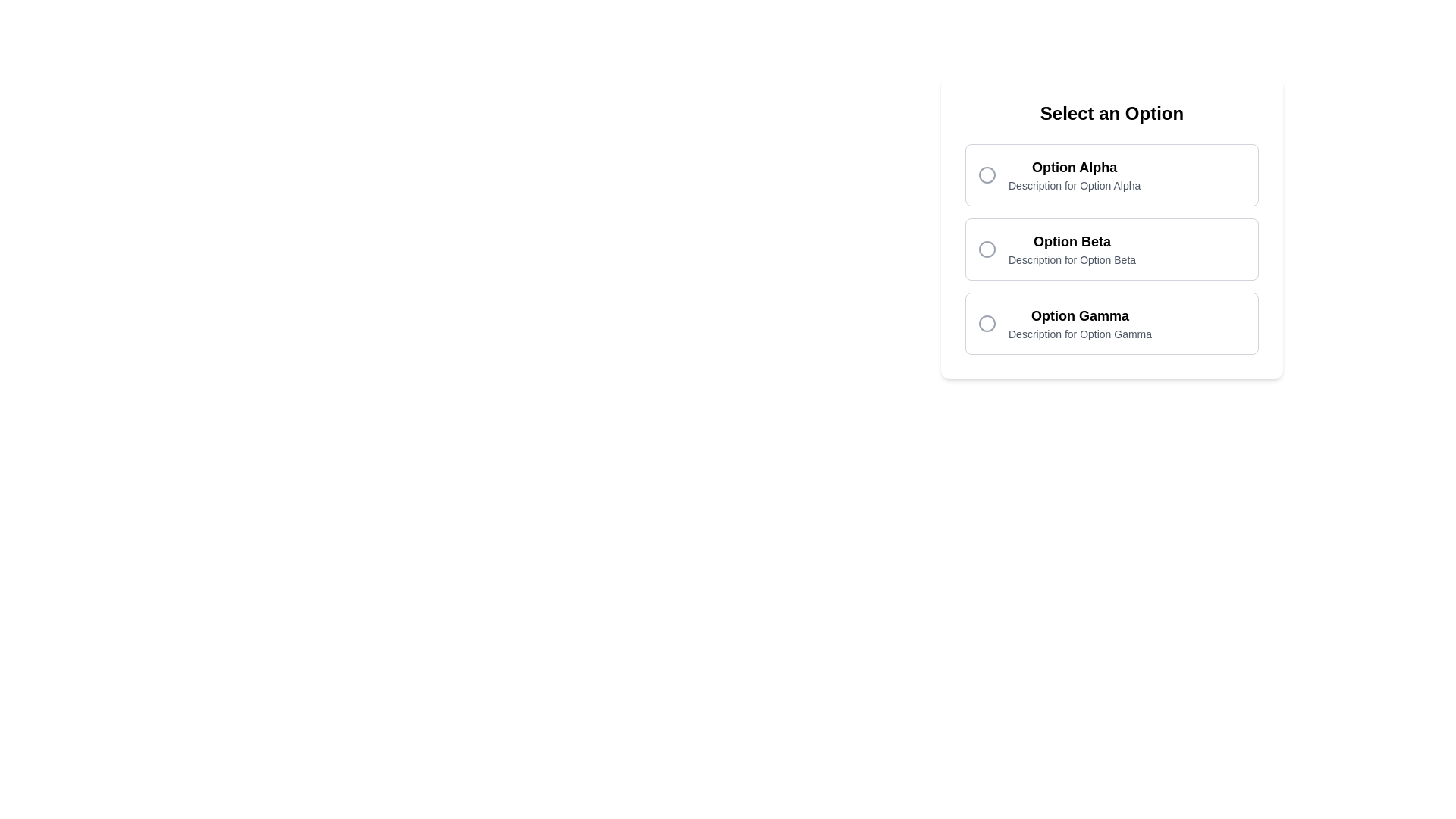 This screenshot has height=819, width=1456. I want to click on the circular radio button indicator for 'Option Alpha', which is styled with a gray outline and positioned next to the label text in the selection group, so click(987, 174).